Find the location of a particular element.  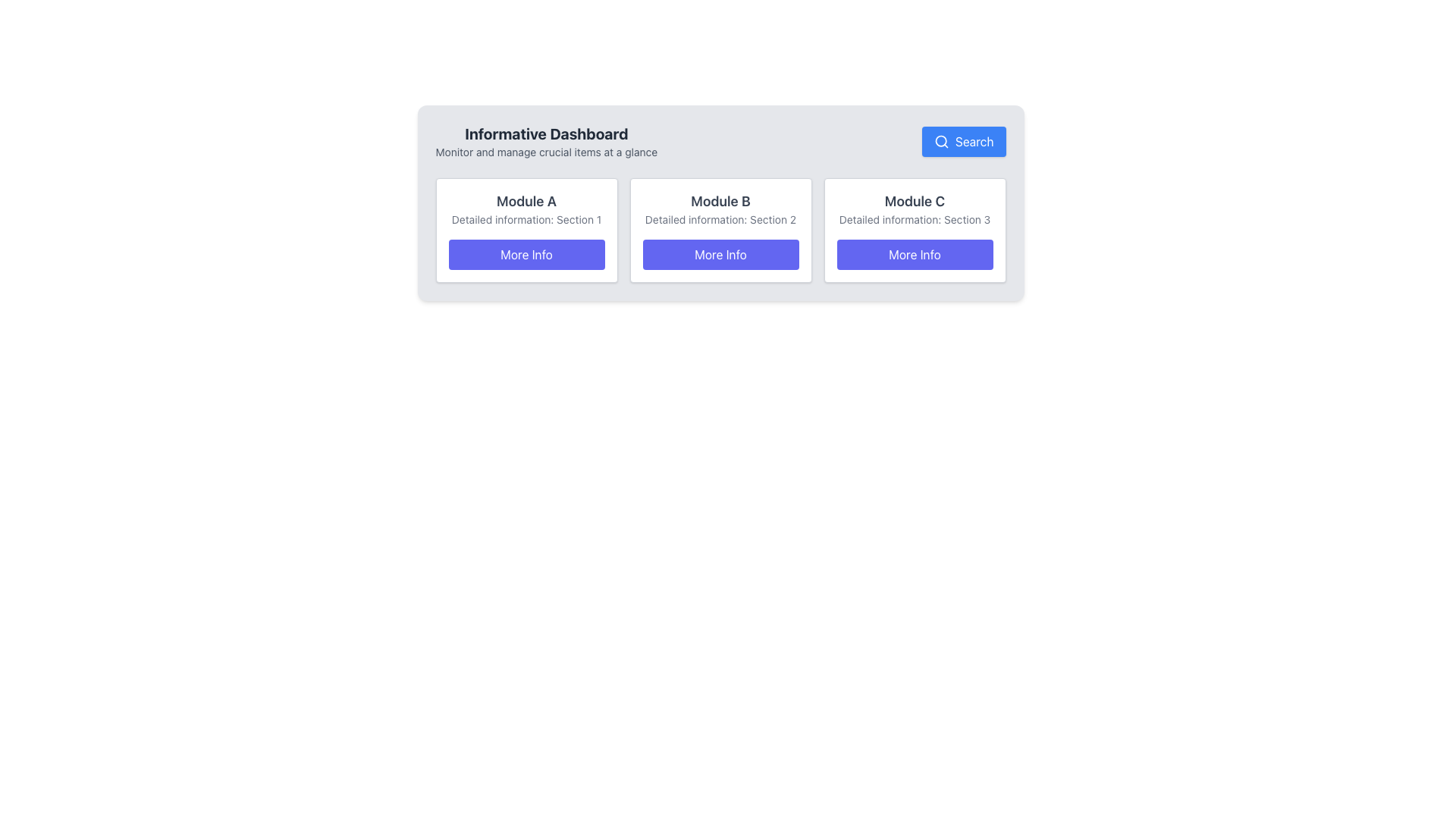

the 'More Info' button in the Group containing text labels and an interactive button for 'Module B' is located at coordinates (720, 231).